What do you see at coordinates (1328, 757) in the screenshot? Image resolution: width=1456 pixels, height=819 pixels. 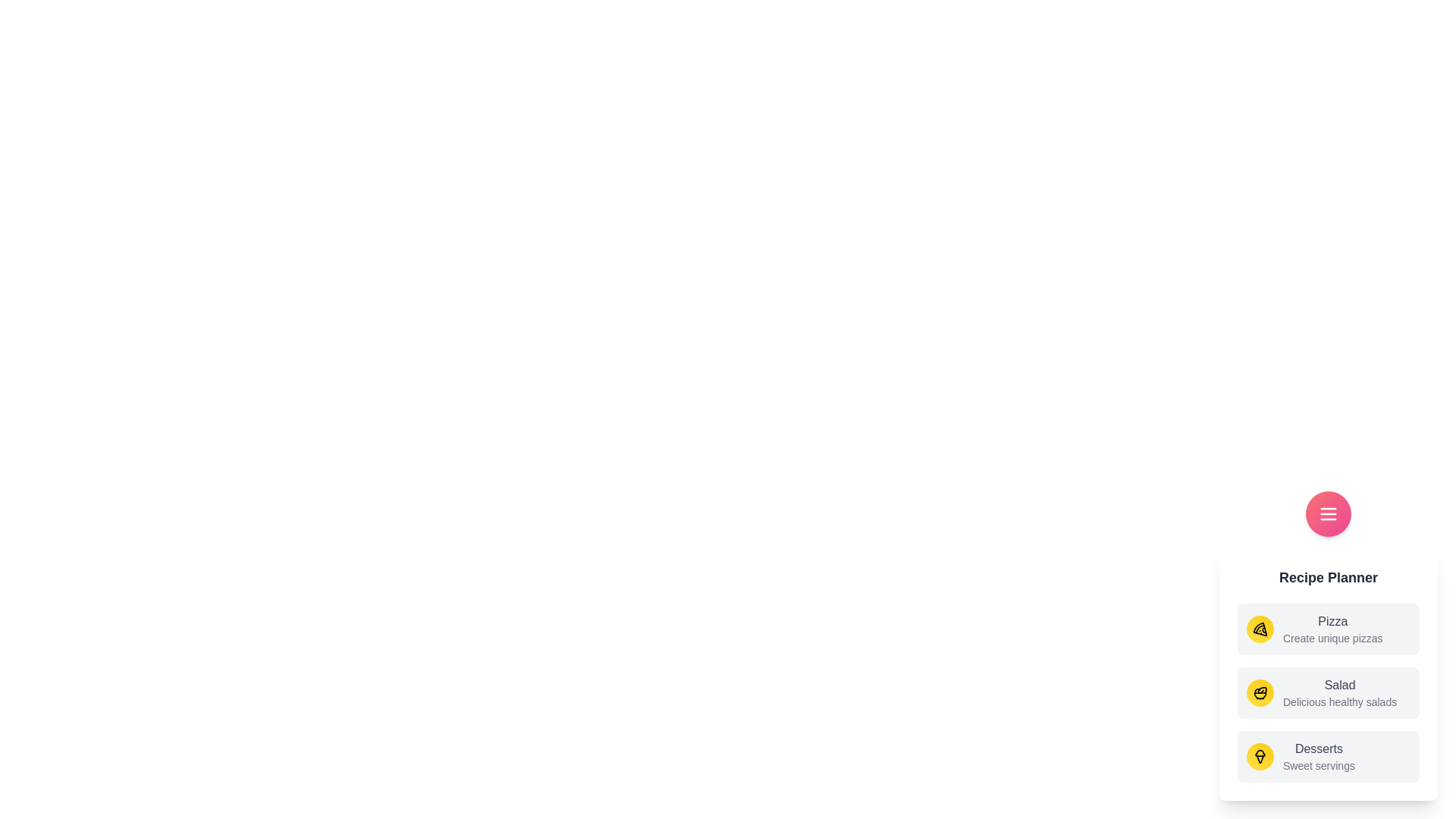 I see `the recipe option Desserts` at bounding box center [1328, 757].